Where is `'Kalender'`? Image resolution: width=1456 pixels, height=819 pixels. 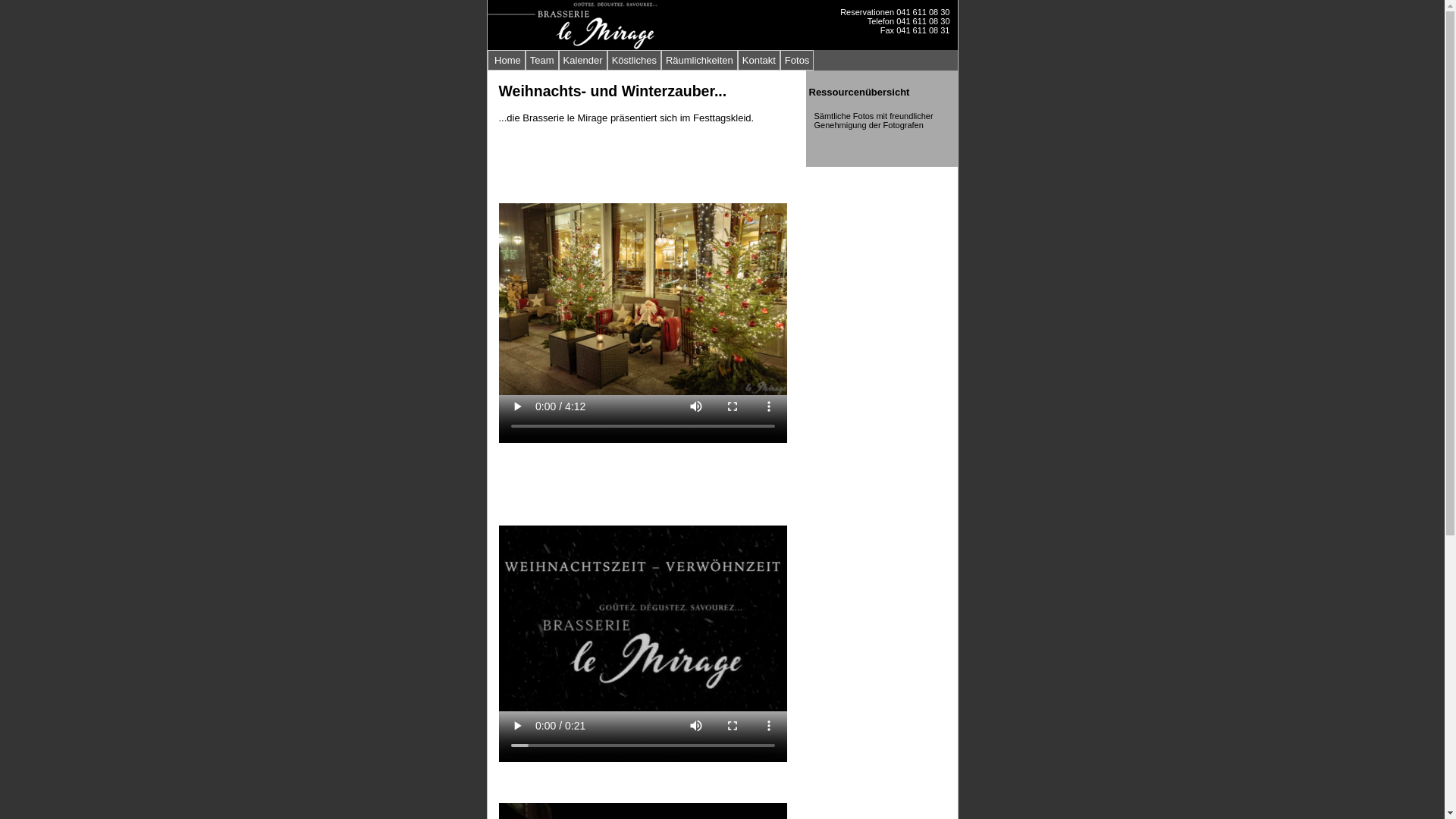 'Kalender' is located at coordinates (582, 59).